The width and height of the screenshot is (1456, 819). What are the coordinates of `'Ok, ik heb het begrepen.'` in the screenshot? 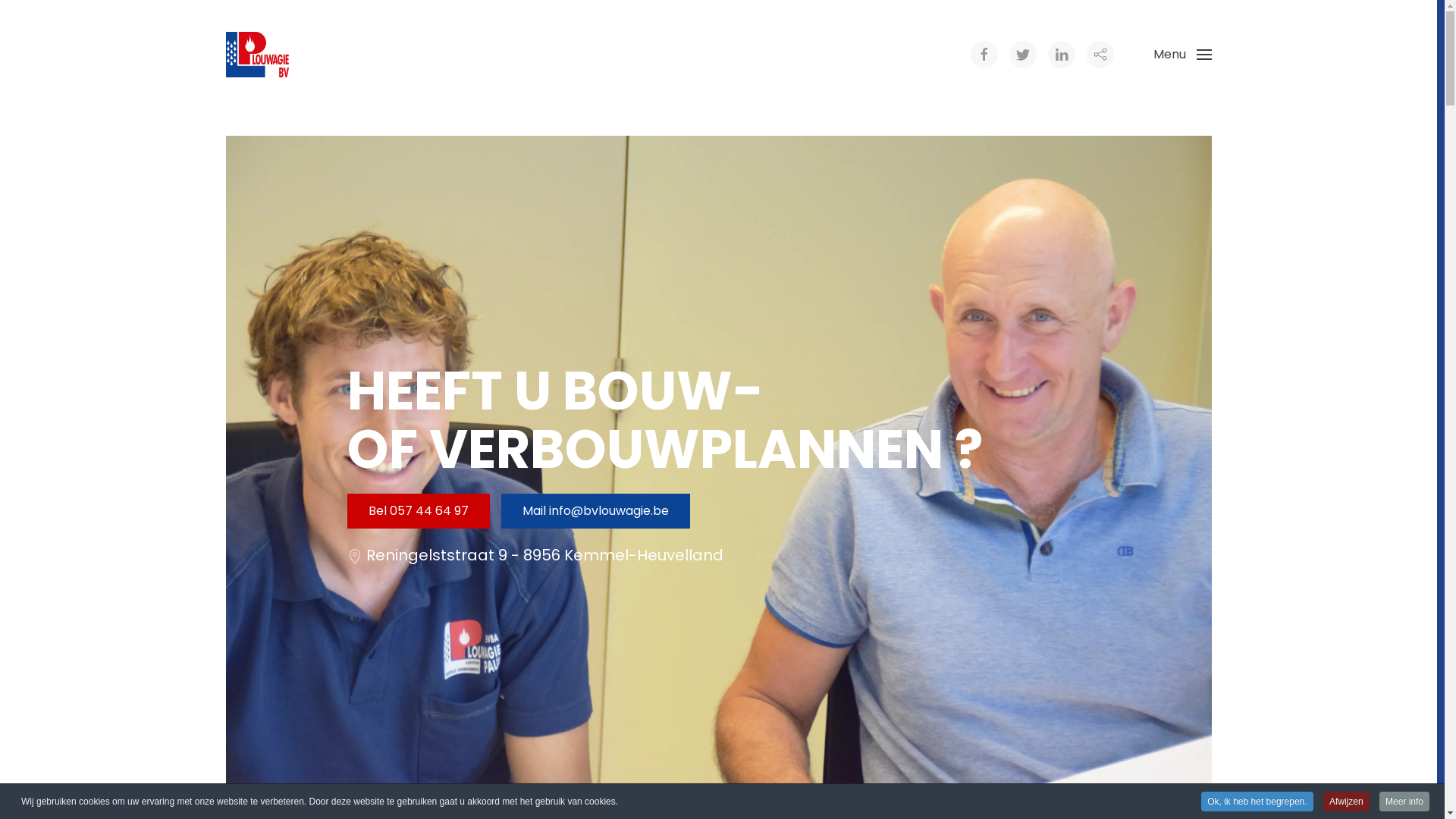 It's located at (1257, 800).